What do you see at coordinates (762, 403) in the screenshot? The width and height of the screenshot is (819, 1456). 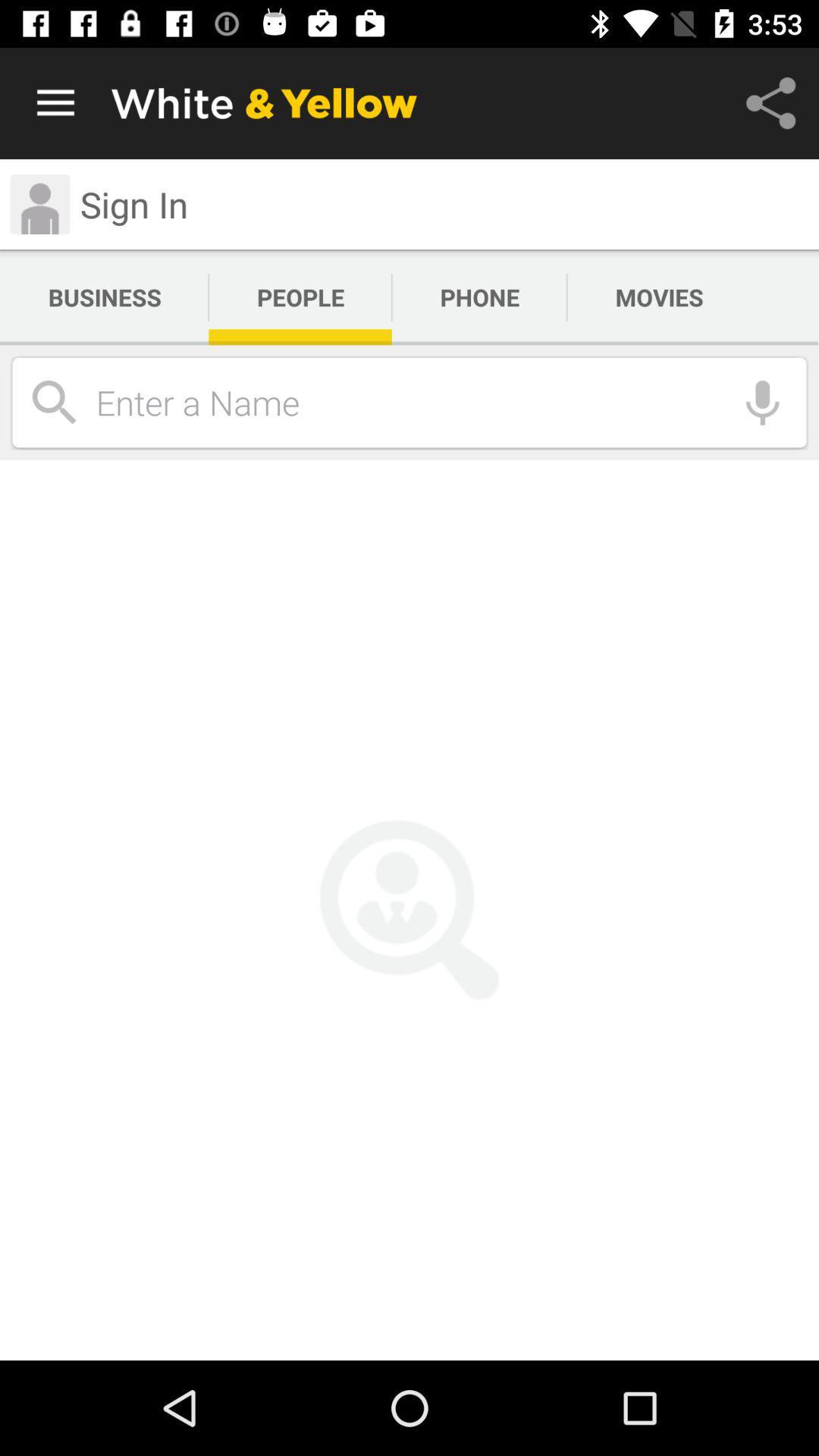 I see `the microphone icon` at bounding box center [762, 403].